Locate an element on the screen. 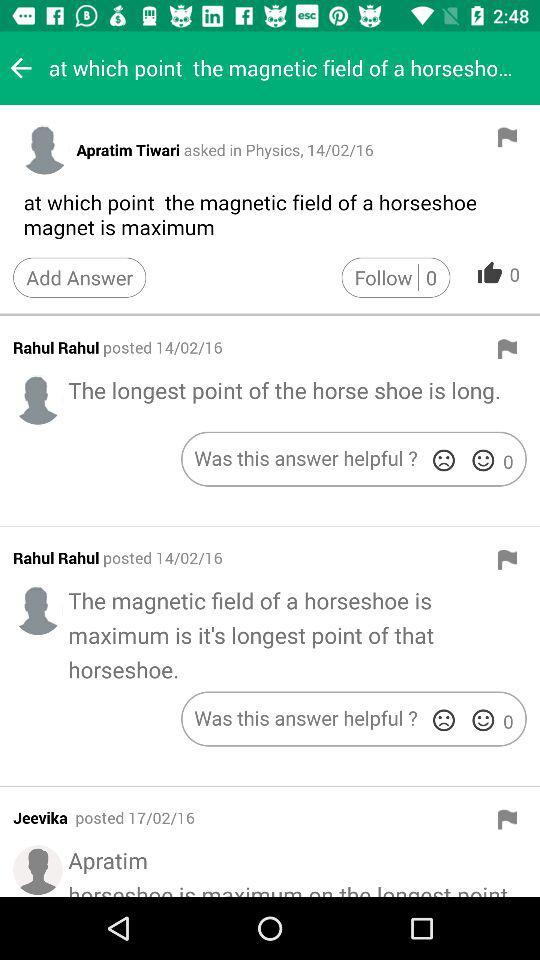 This screenshot has width=540, height=960. choose not helpful is located at coordinates (443, 720).